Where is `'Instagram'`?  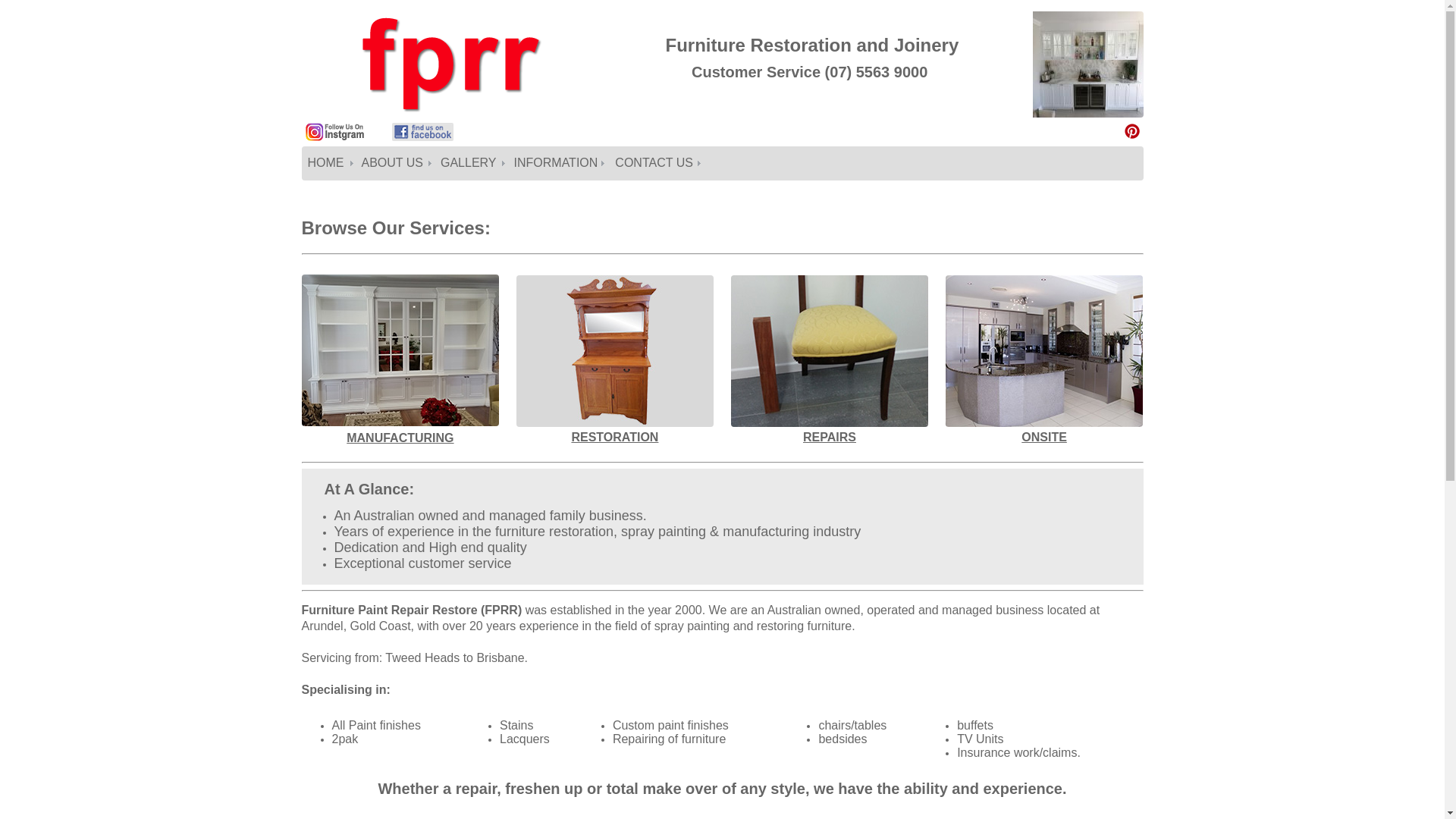 'Instagram' is located at coordinates (304, 138).